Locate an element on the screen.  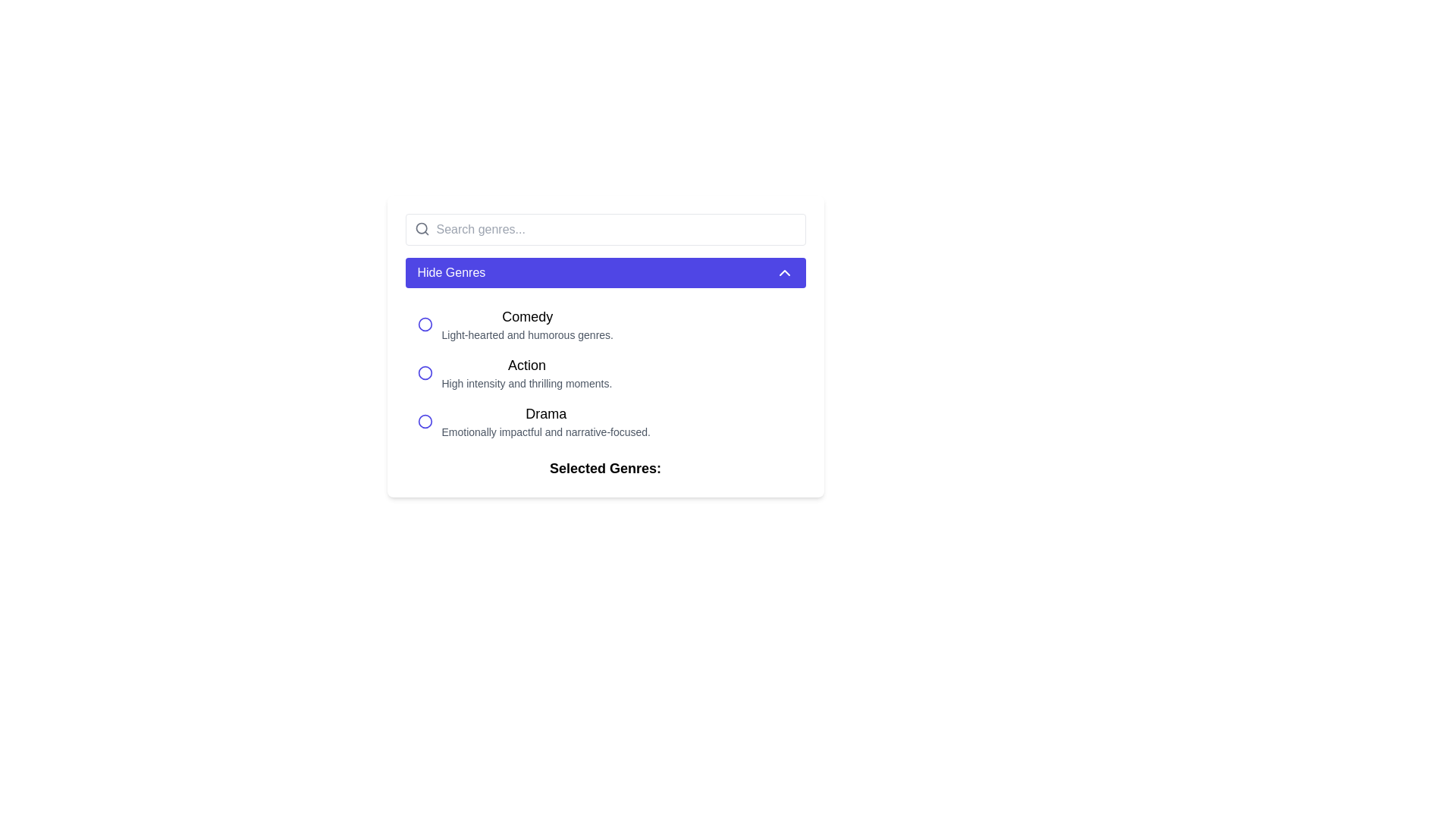
the deselected state selection indicator circle (SVG graphic) located to the left of the text 'Action' is located at coordinates (425, 324).